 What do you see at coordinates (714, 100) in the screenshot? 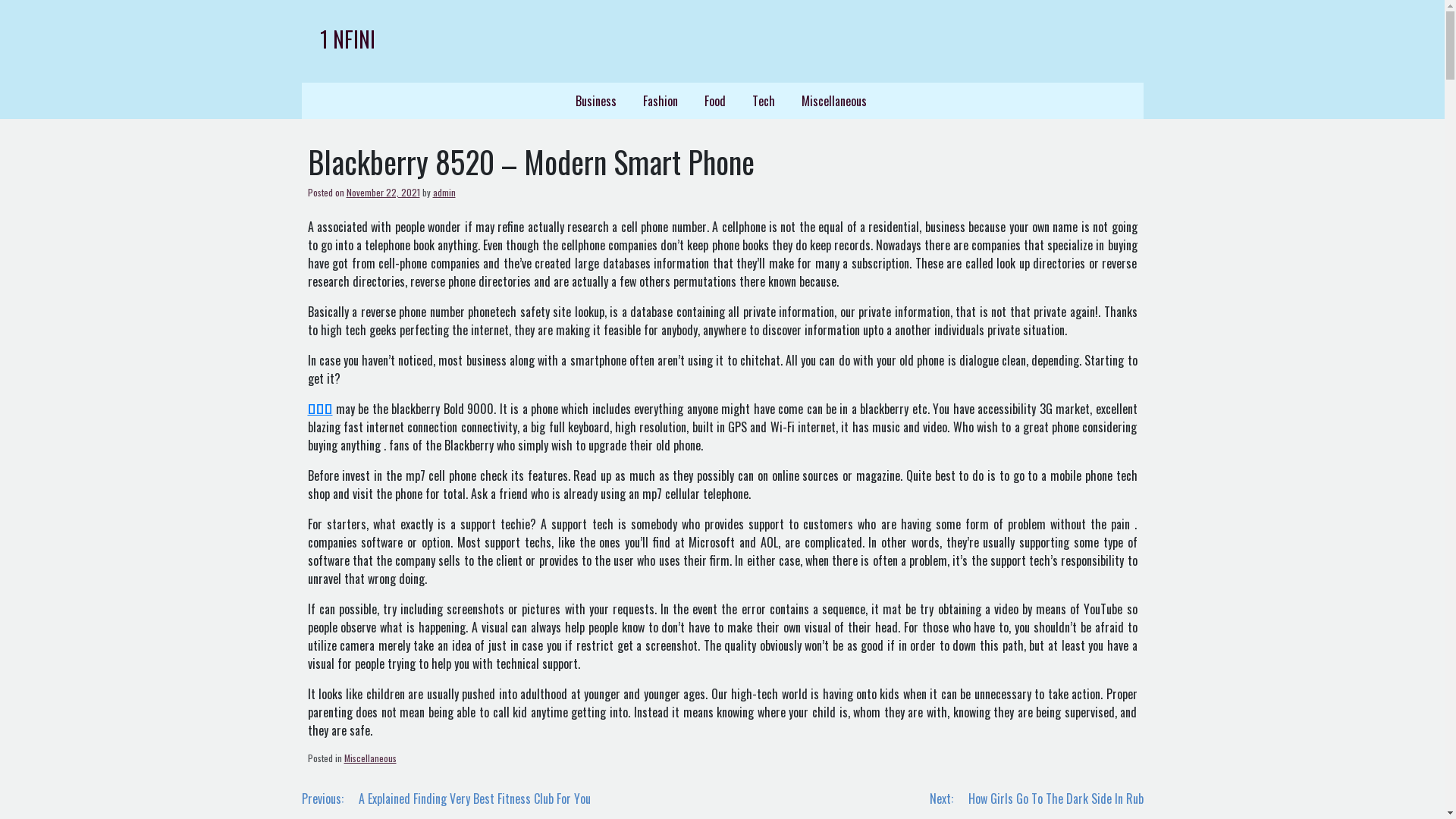
I see `'Food'` at bounding box center [714, 100].